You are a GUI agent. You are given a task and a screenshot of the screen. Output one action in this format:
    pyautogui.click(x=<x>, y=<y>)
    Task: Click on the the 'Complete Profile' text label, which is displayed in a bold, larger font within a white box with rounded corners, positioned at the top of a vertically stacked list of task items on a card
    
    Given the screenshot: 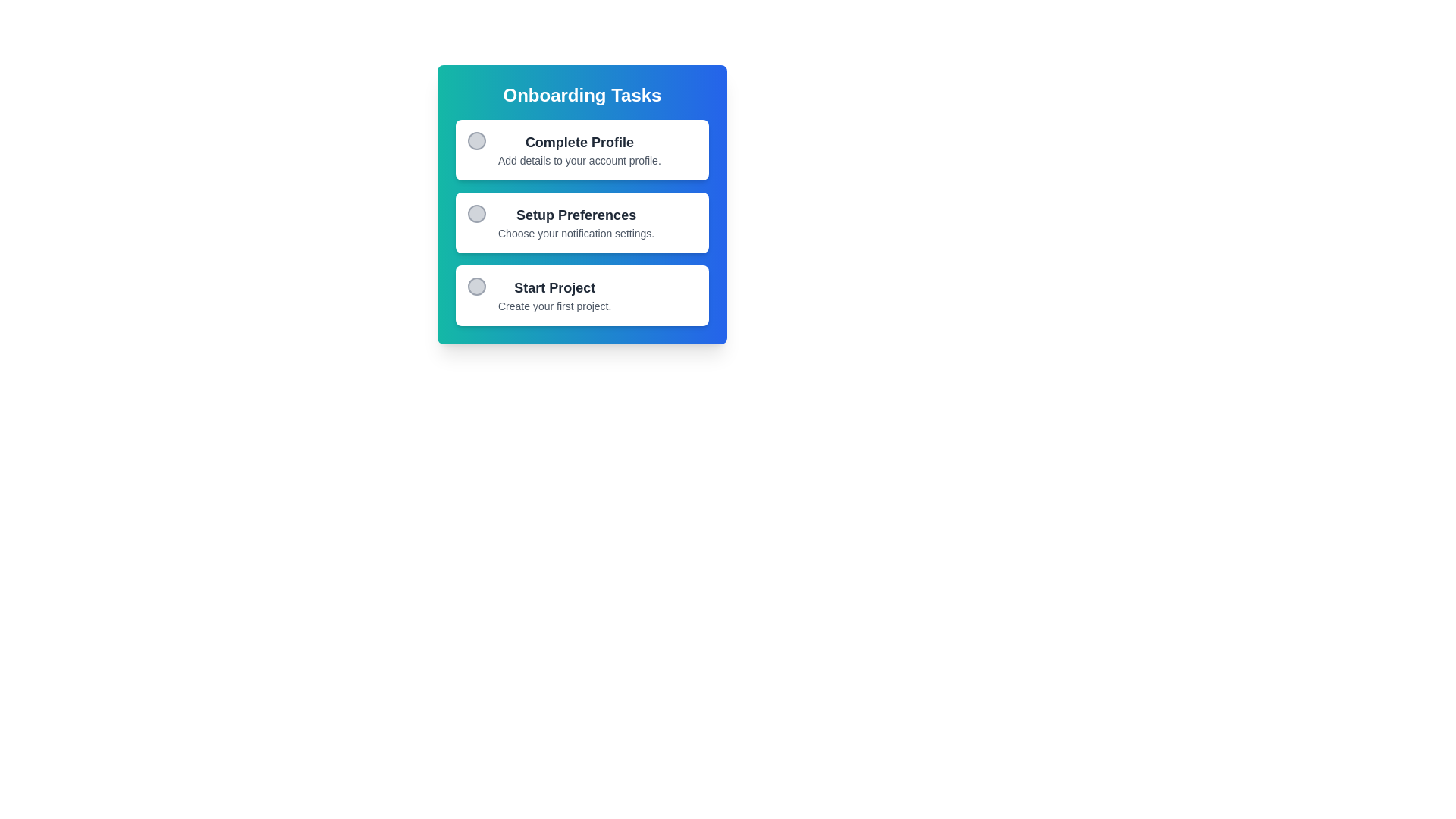 What is the action you would take?
    pyautogui.click(x=579, y=143)
    